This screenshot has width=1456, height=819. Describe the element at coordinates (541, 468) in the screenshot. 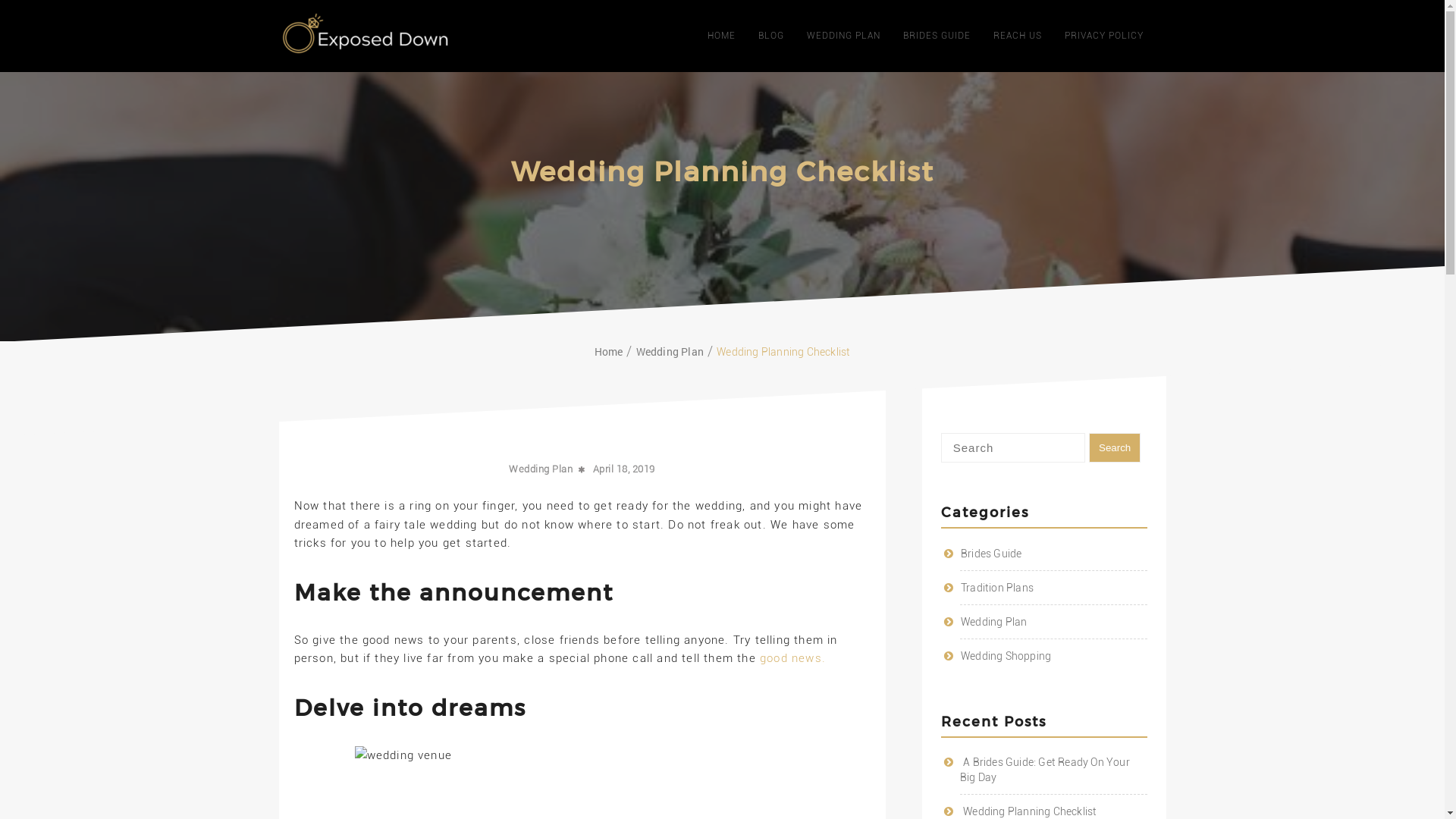

I see `'Wedding Plan'` at that location.